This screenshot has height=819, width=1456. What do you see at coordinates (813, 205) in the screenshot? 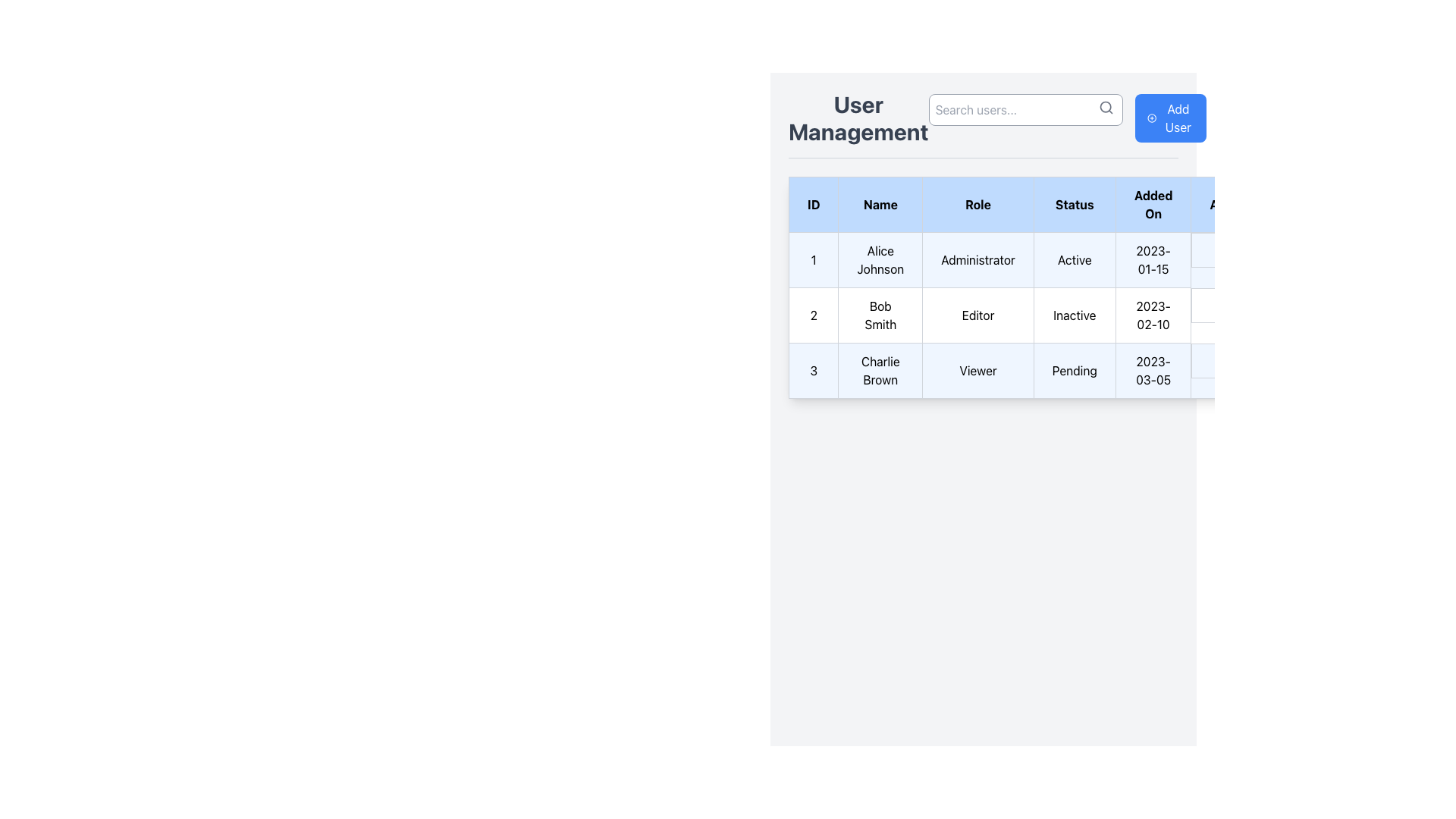
I see `the Table Header Cell that labels the ID column, located in the top-left corner of the table` at bounding box center [813, 205].